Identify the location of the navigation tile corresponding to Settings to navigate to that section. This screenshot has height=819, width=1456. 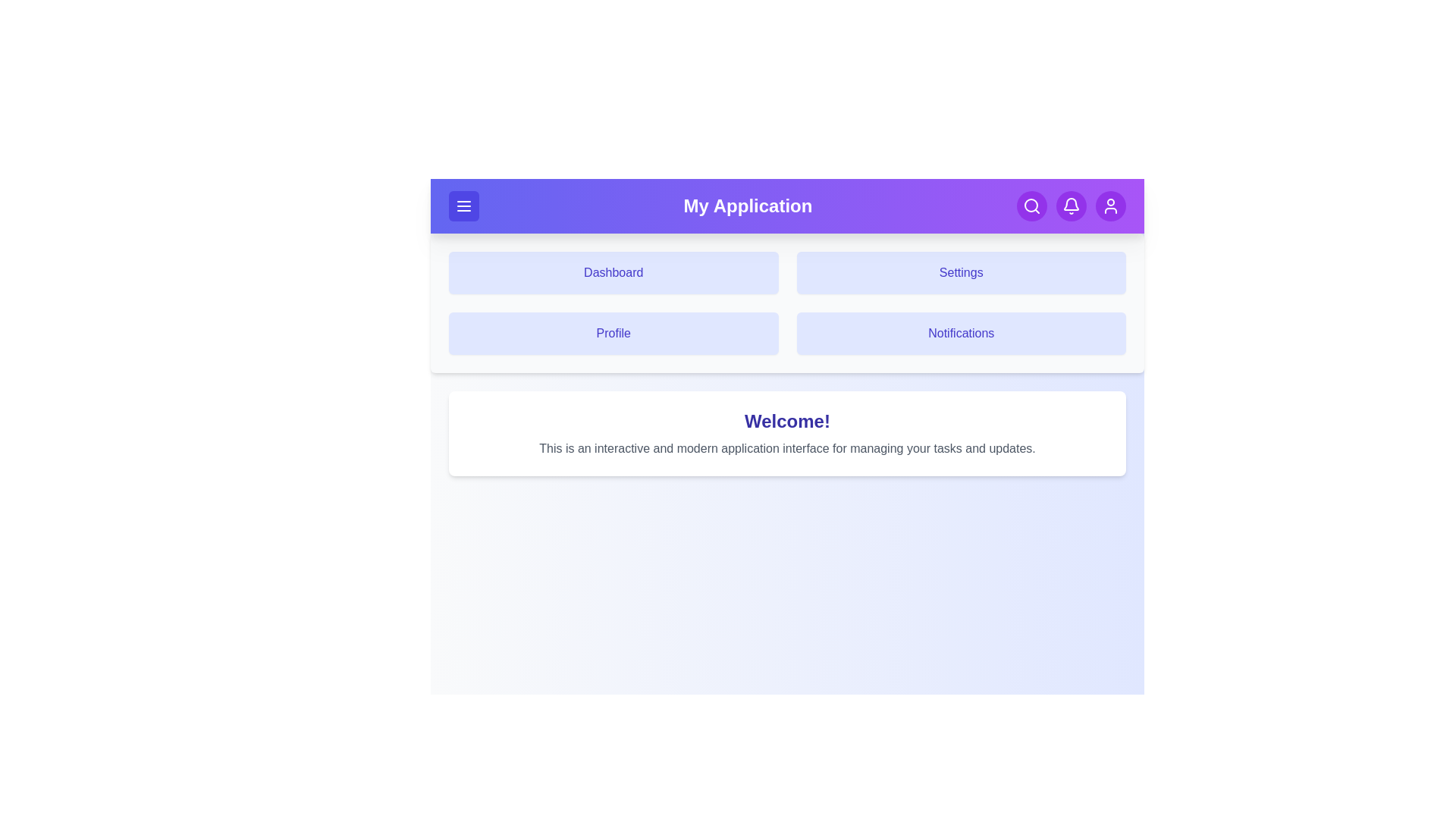
(960, 271).